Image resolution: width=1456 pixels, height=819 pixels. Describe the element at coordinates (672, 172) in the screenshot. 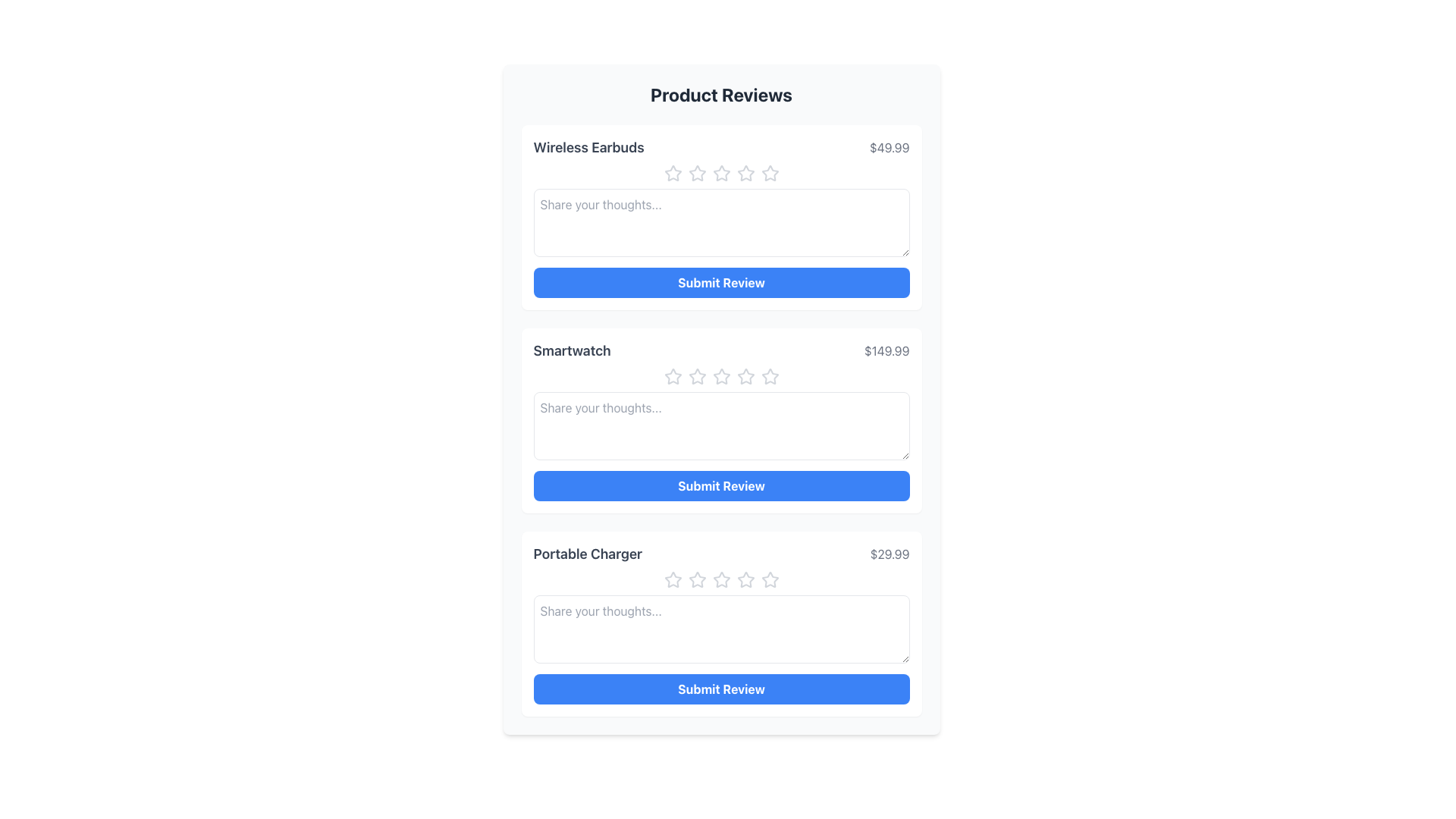

I see `the first rating star in the 'Wireless Earbuds' review section` at that location.